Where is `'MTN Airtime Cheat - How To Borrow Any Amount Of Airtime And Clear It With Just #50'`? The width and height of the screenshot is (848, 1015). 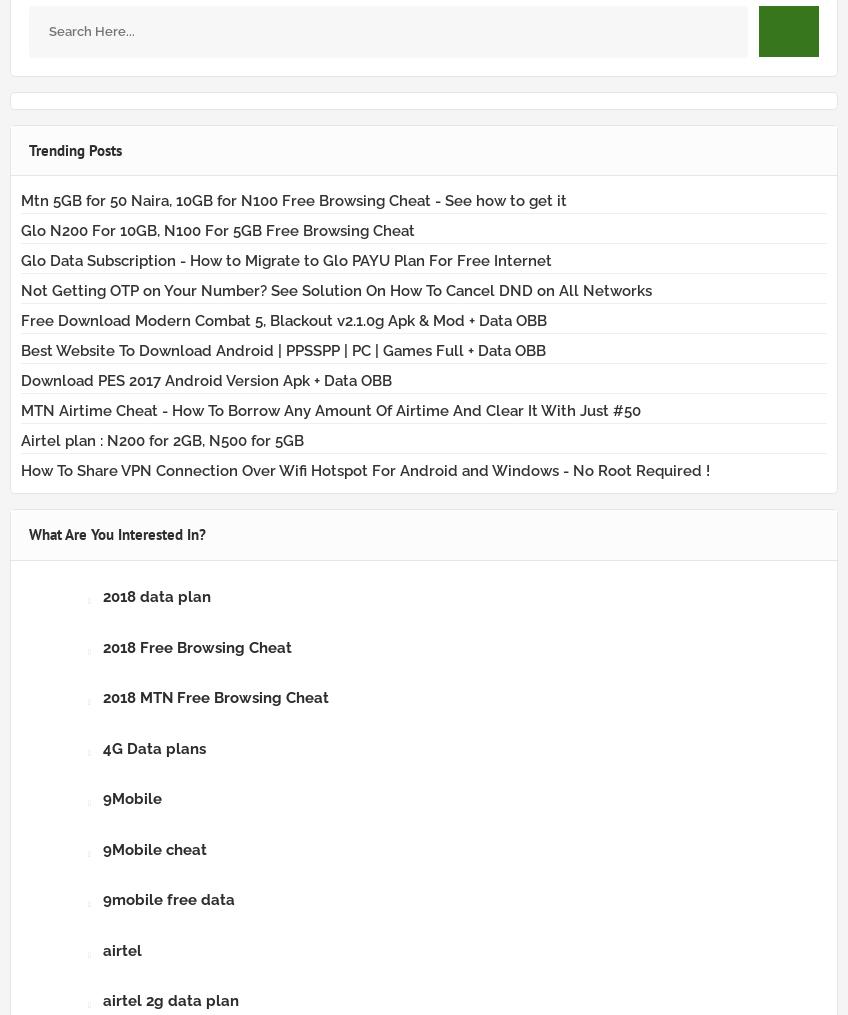 'MTN Airtime Cheat - How To Borrow Any Amount Of Airtime And Clear It With Just #50' is located at coordinates (20, 410).